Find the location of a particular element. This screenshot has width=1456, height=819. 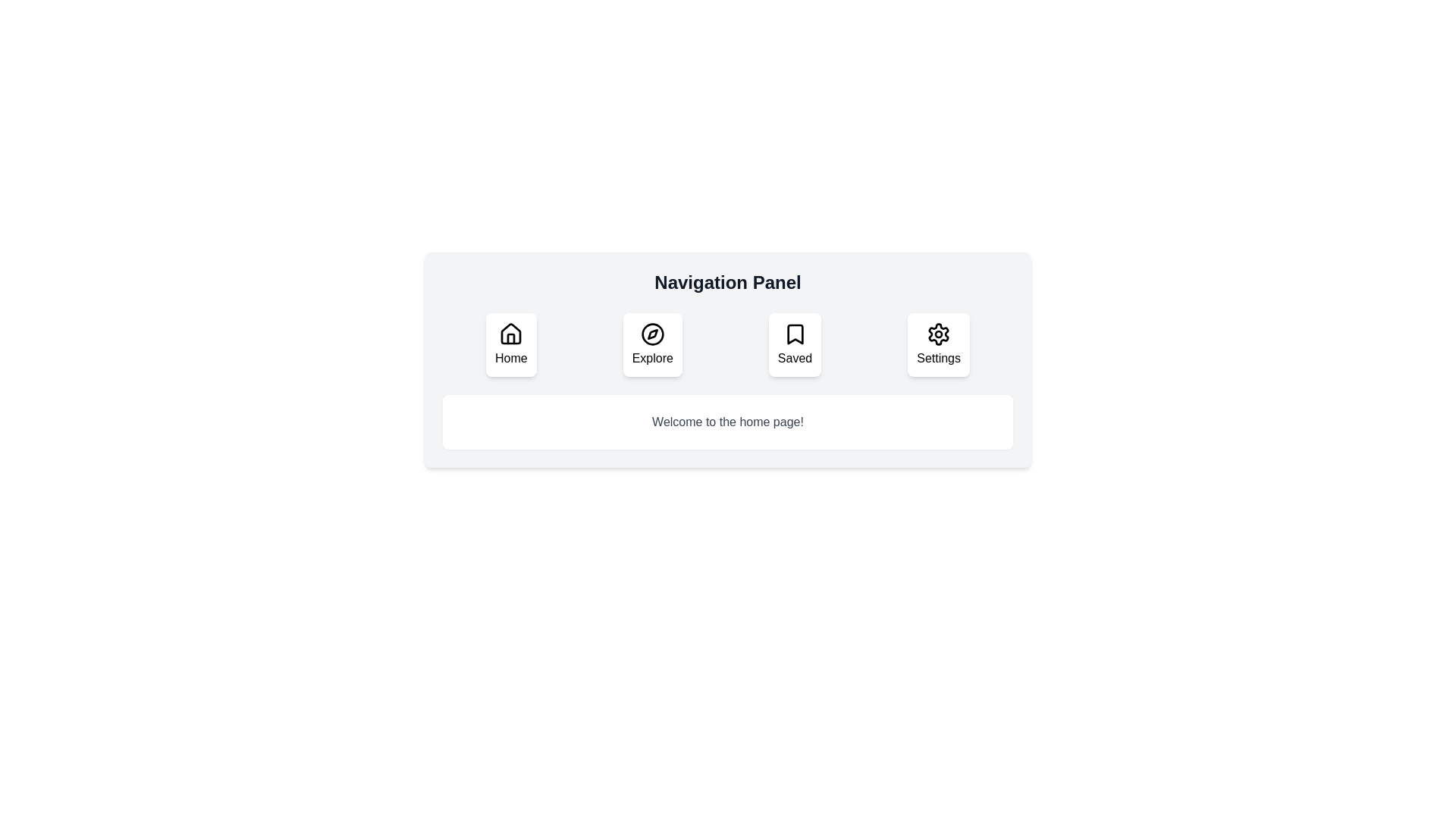

the gear-like icon located within the 'Settings' button in the lower-left region of the navigation panel is located at coordinates (938, 333).